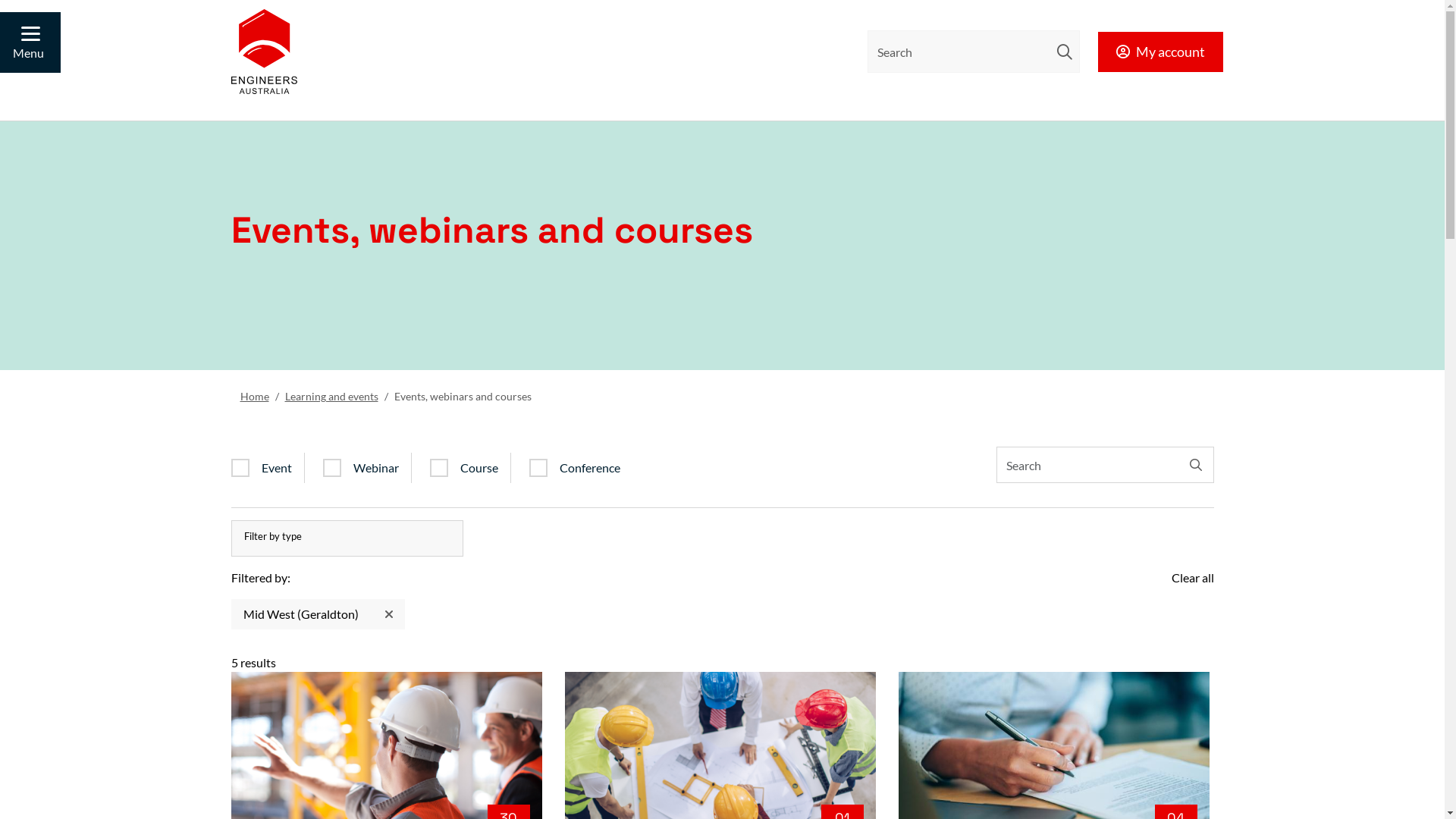 The width and height of the screenshot is (1456, 819). Describe the element at coordinates (239, 395) in the screenshot. I see `'Home'` at that location.